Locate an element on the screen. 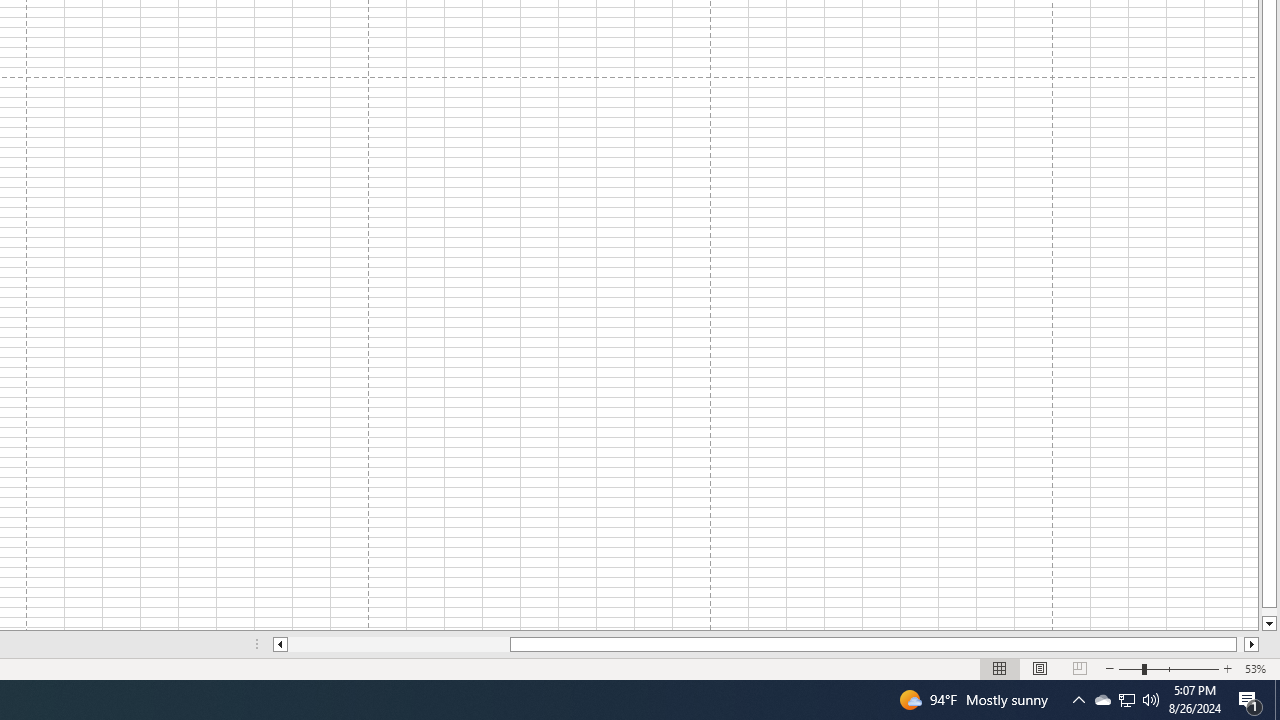  'Page right' is located at coordinates (1239, 644).